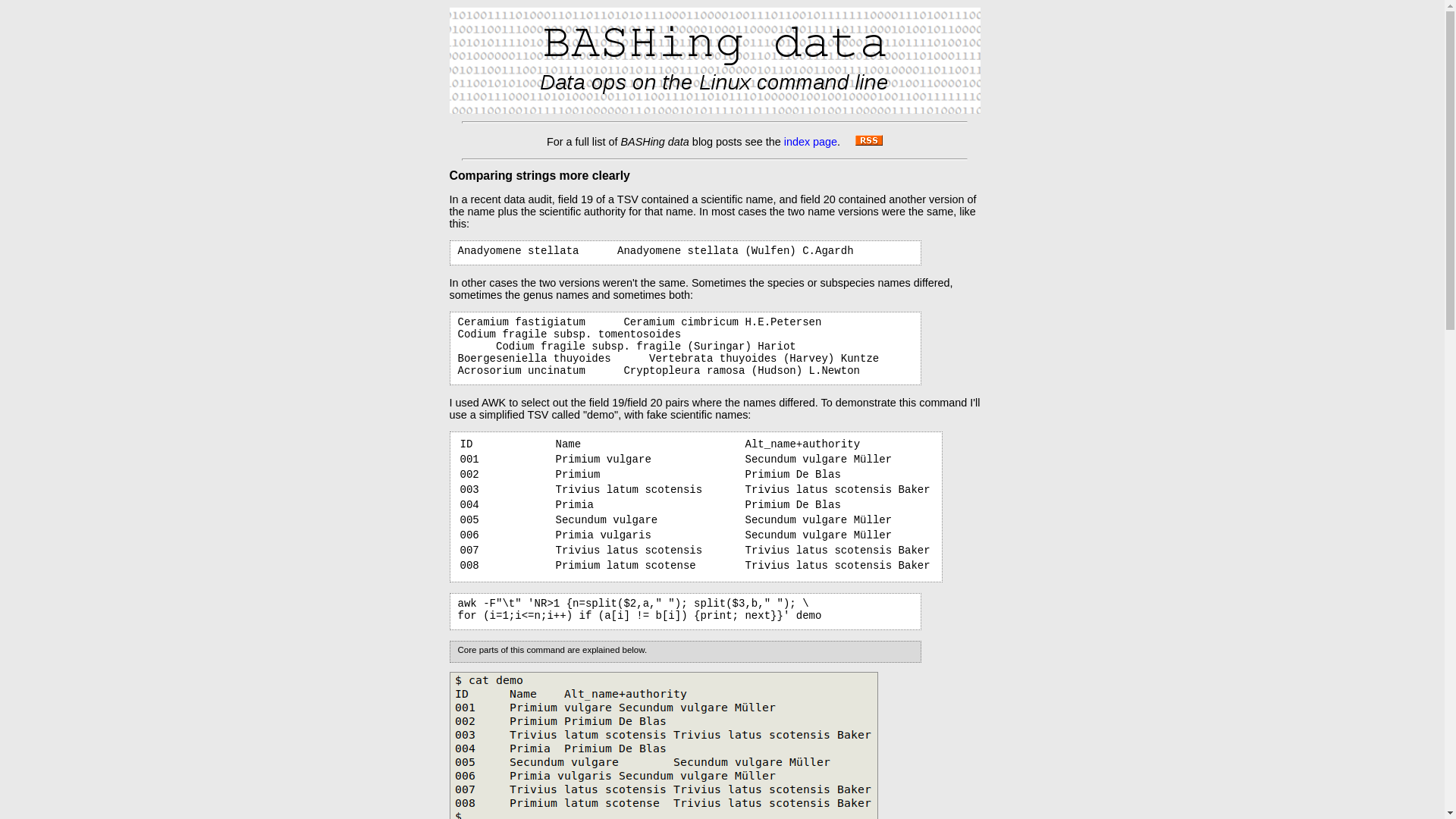 The height and width of the screenshot is (819, 1456). I want to click on 'index page', so click(810, 141).